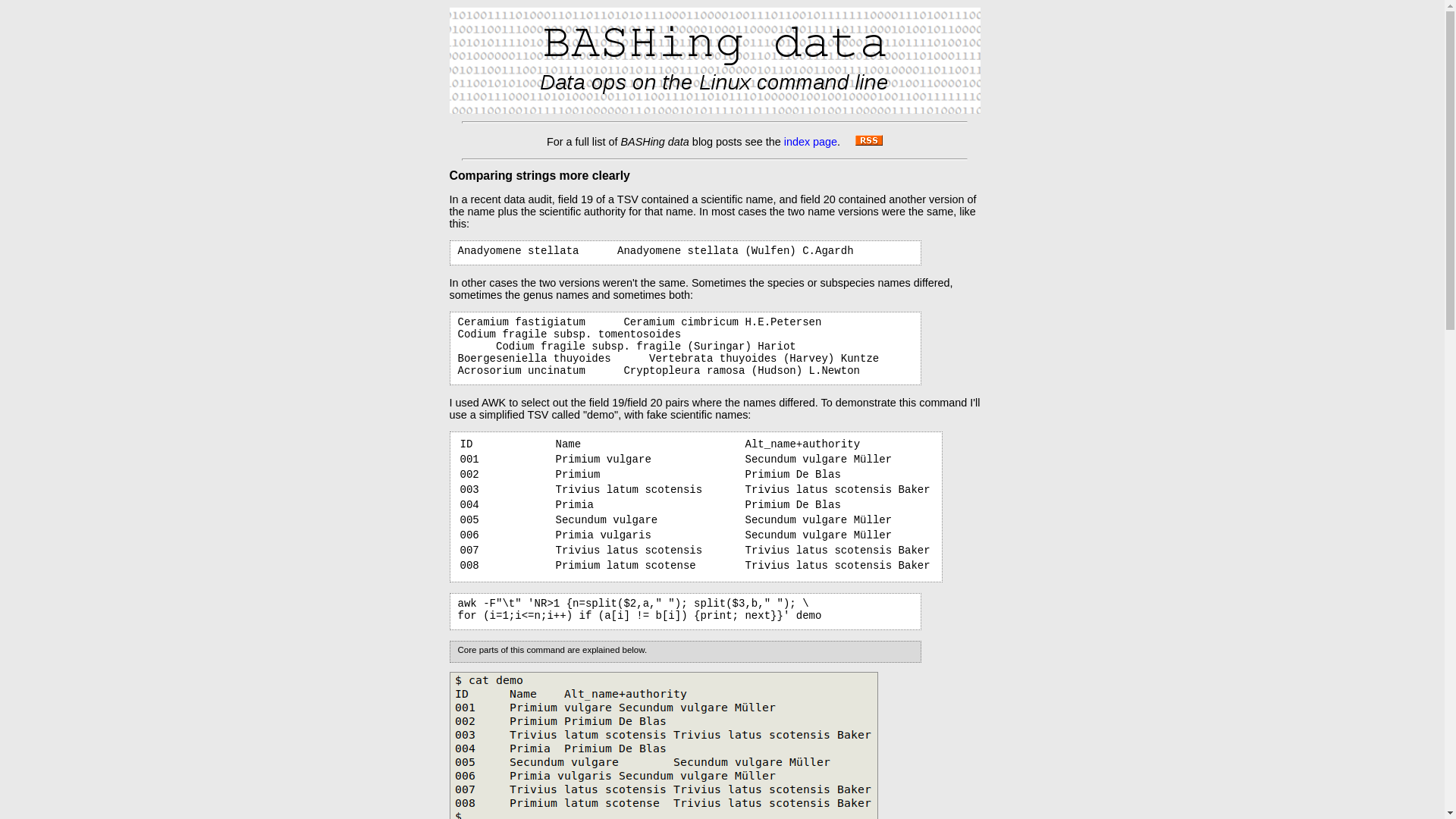 The height and width of the screenshot is (819, 1456). I want to click on 'index page', so click(810, 141).